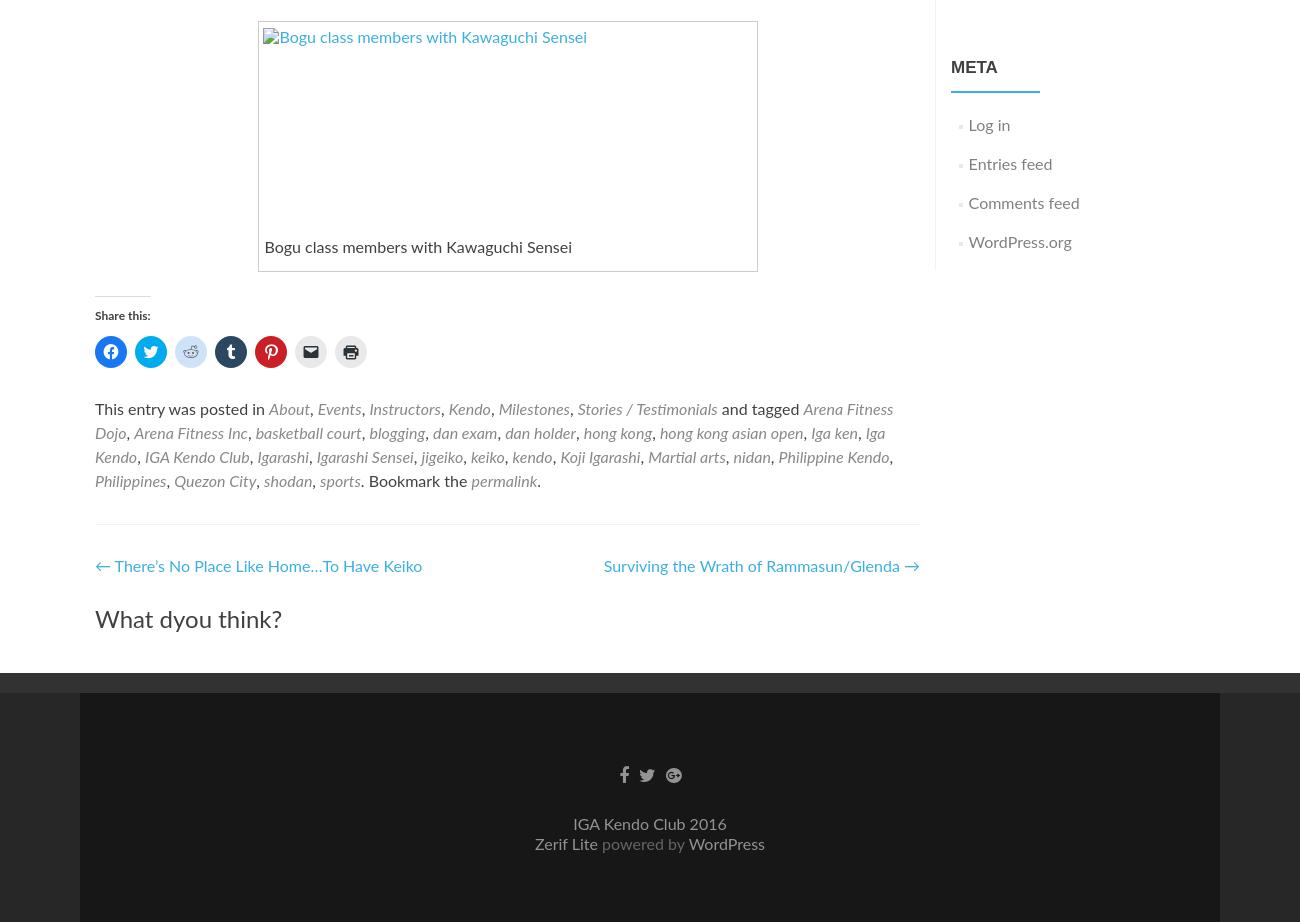 This screenshot has height=922, width=1300. What do you see at coordinates (188, 620) in the screenshot?
I see `'What dyou think?'` at bounding box center [188, 620].